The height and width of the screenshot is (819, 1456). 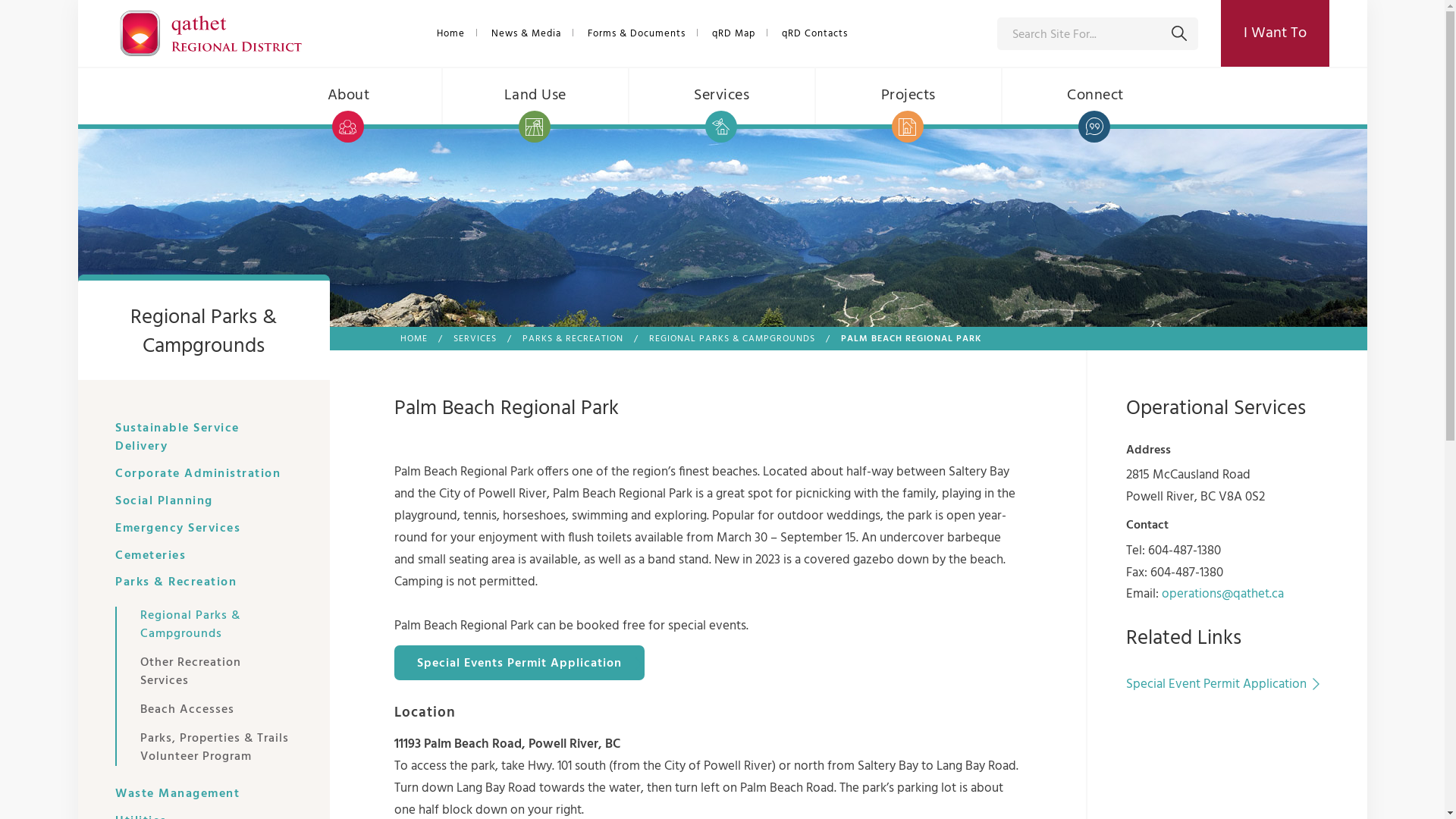 What do you see at coordinates (637, 33) in the screenshot?
I see `'Forms & Documents'` at bounding box center [637, 33].